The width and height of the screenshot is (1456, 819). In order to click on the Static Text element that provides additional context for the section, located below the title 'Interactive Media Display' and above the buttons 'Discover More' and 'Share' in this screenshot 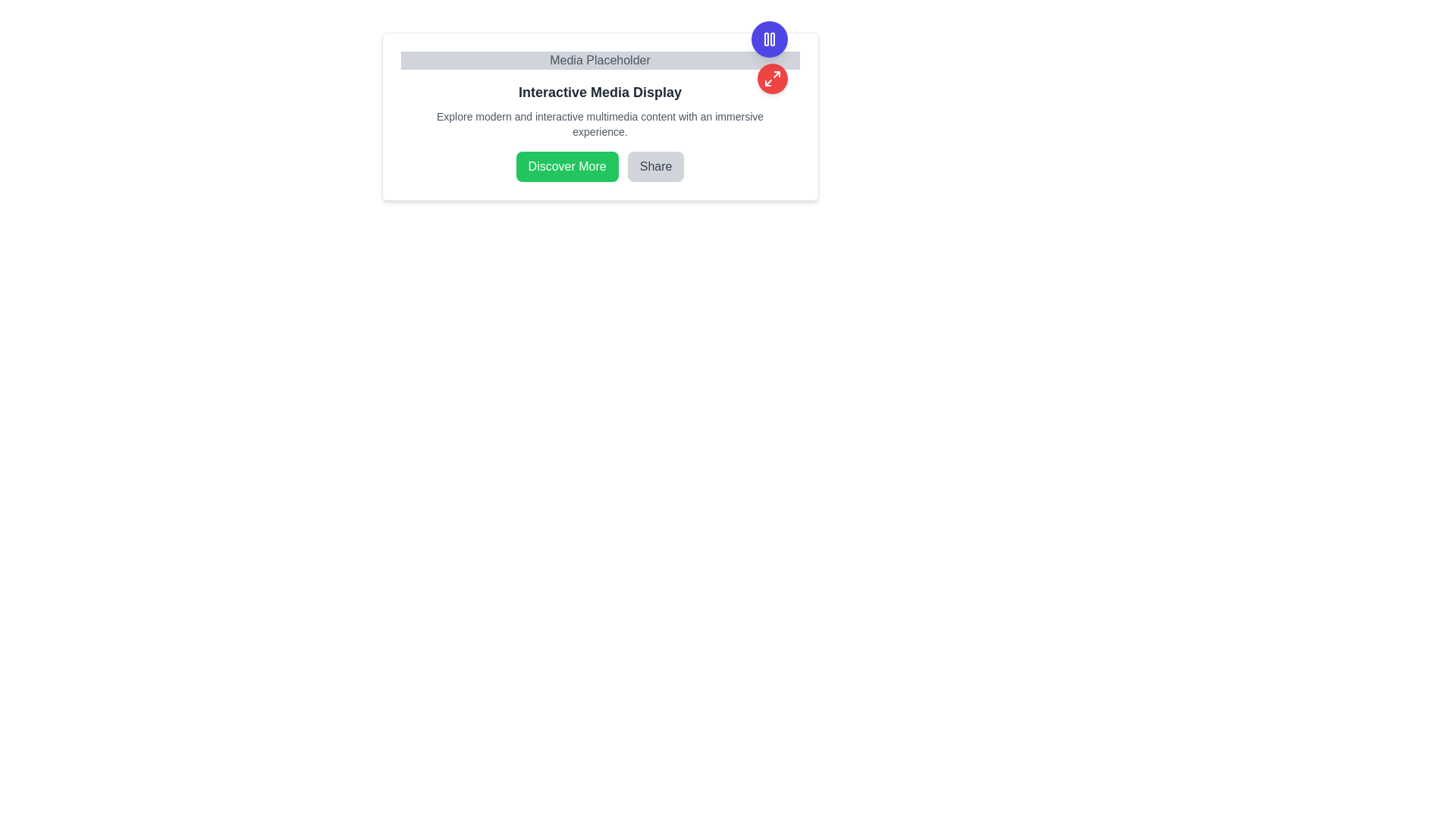, I will do `click(599, 124)`.